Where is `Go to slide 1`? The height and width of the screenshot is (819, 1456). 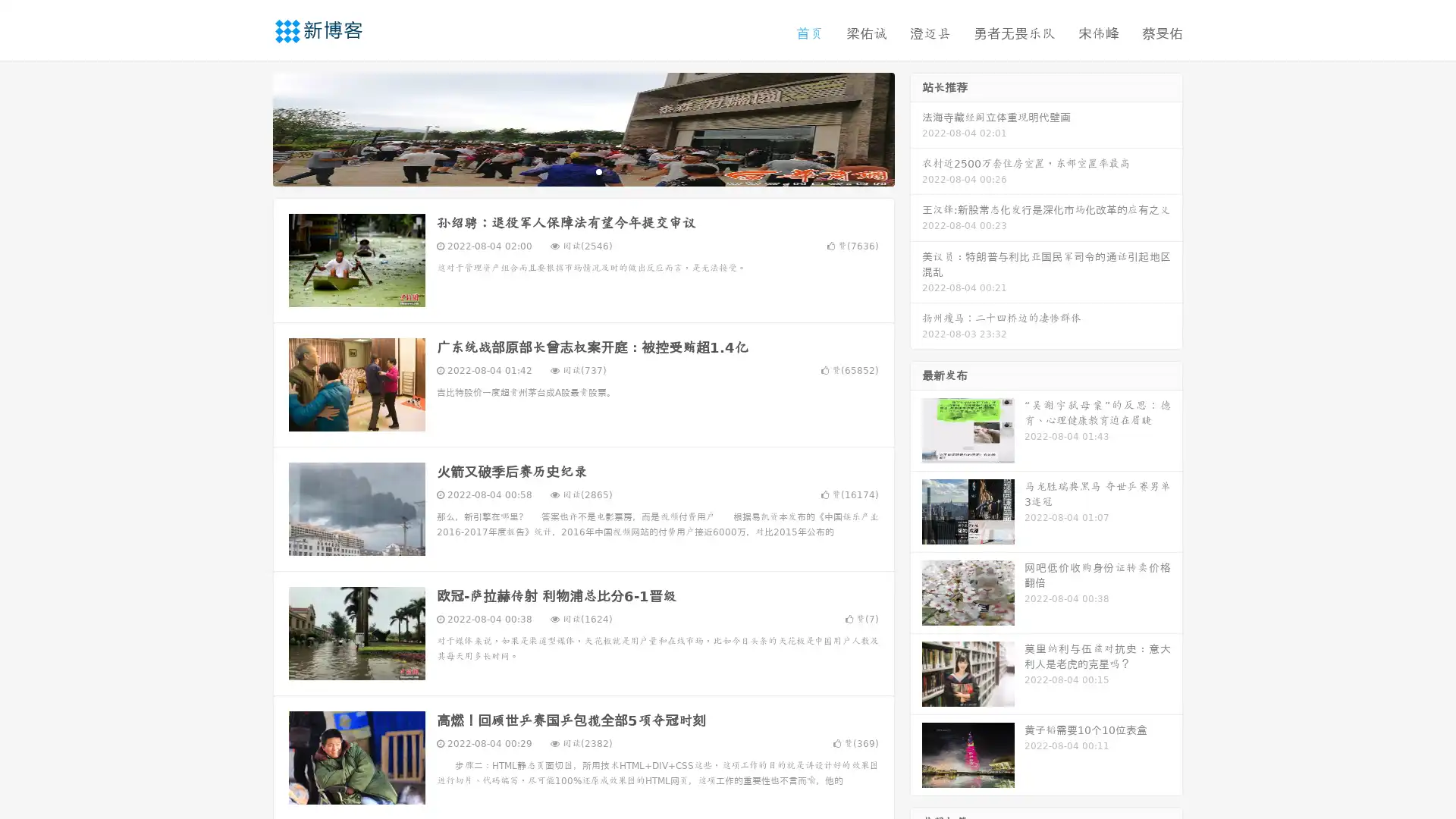
Go to slide 1 is located at coordinates (567, 171).